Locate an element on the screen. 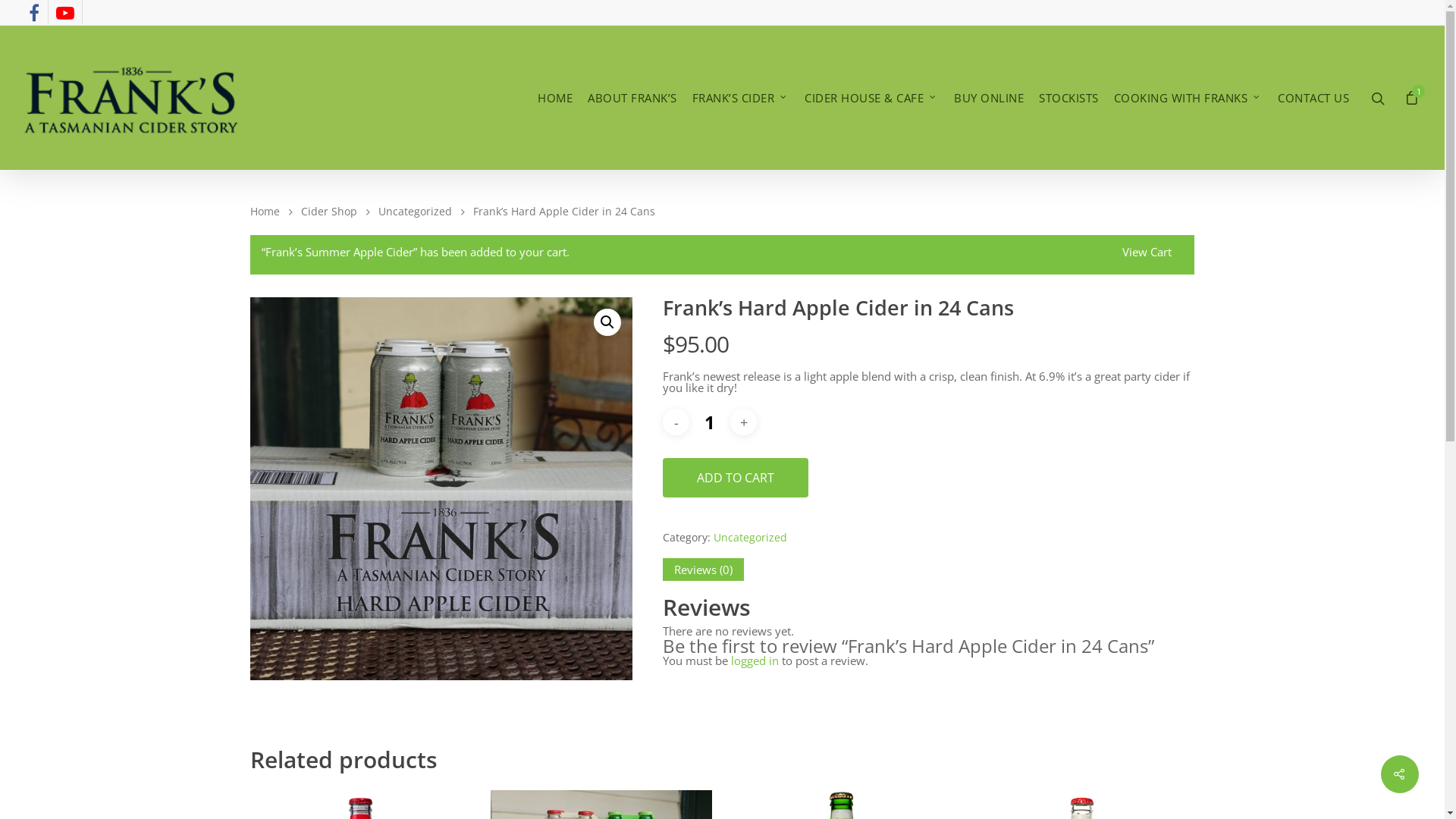 This screenshot has width=1456, height=819. 'STOCKISTS' is located at coordinates (1068, 98).